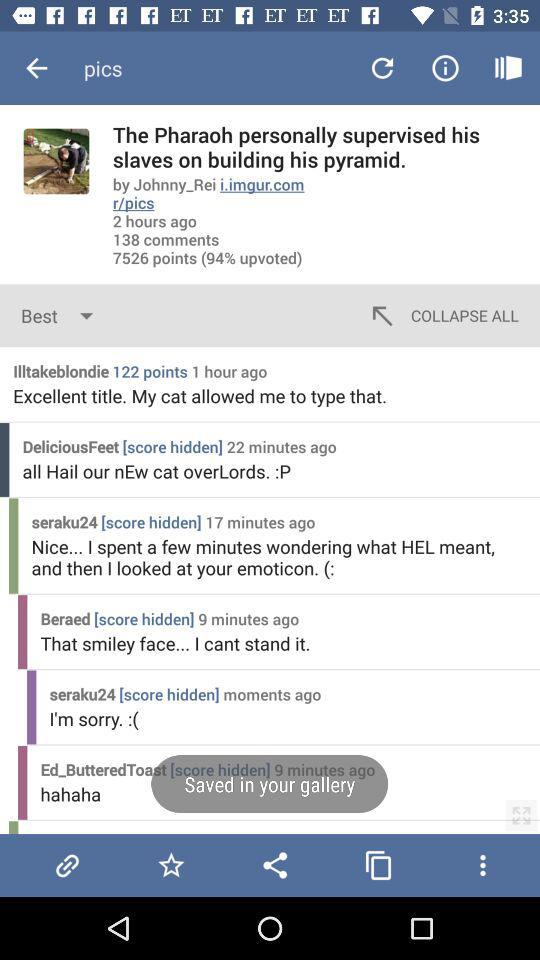  What do you see at coordinates (442, 315) in the screenshot?
I see `icon next to the best` at bounding box center [442, 315].